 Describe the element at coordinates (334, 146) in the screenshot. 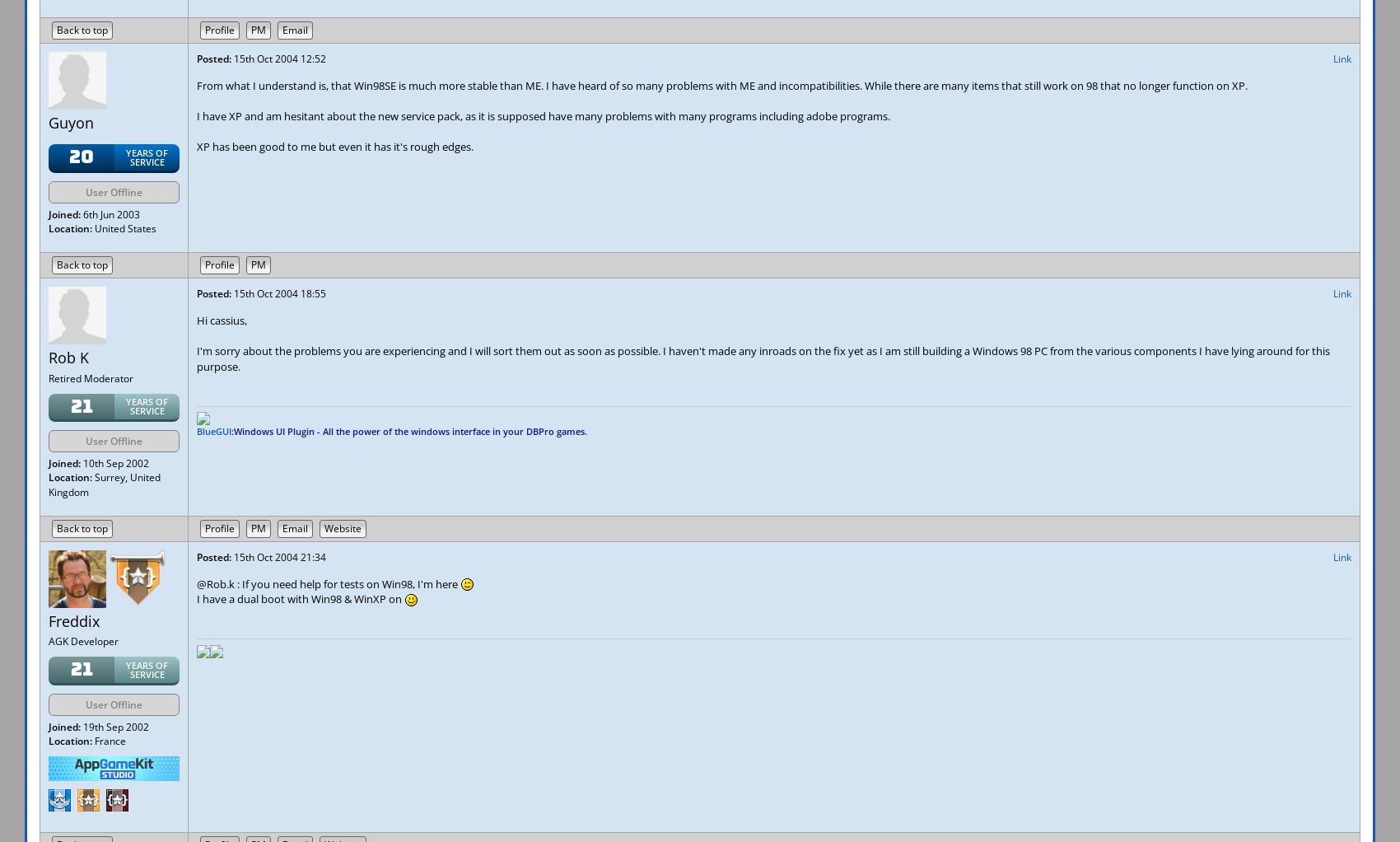

I see `'XP has been good to me but even it has it's rough edges.'` at that location.